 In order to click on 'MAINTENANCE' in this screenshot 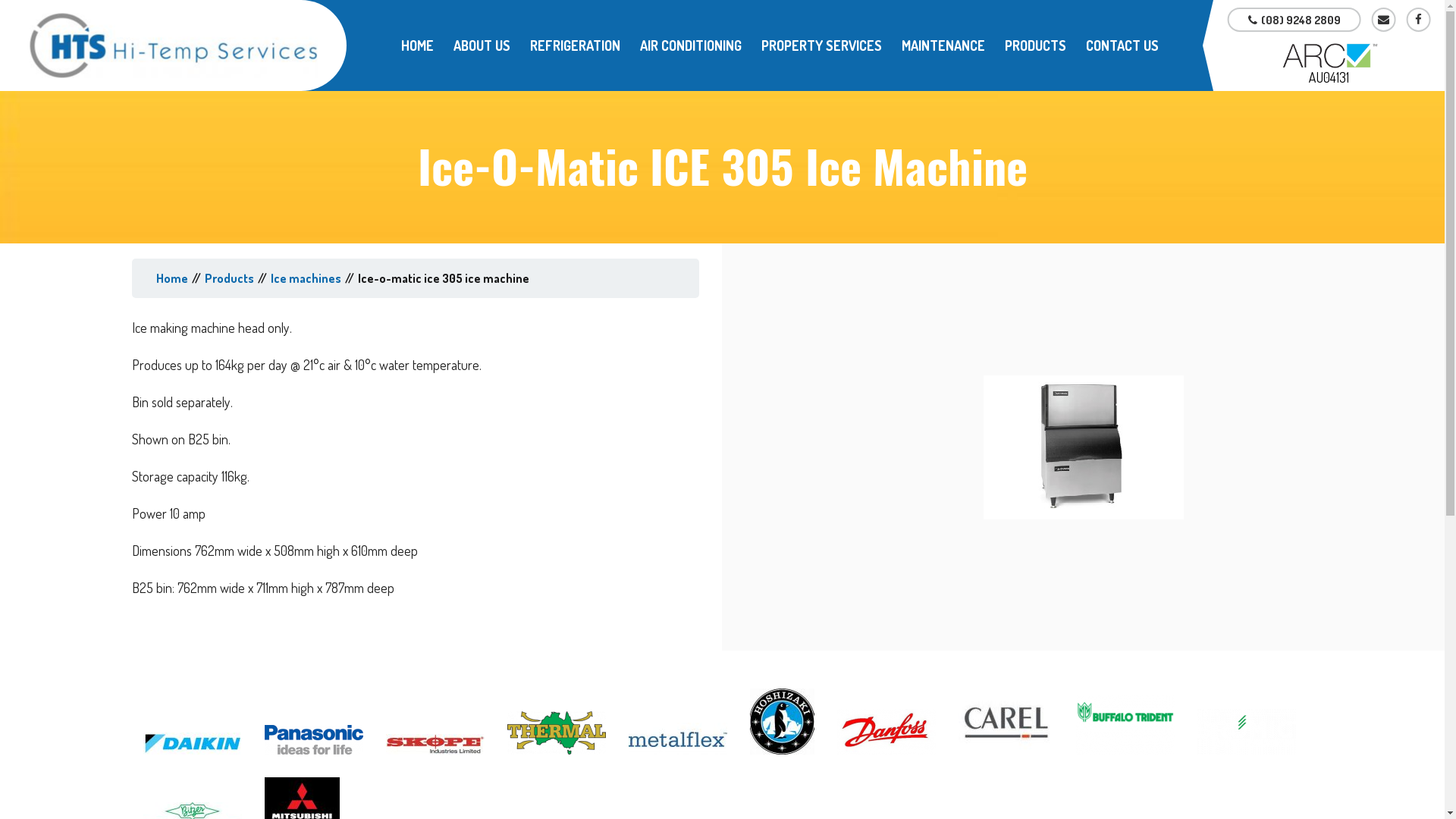, I will do `click(942, 45)`.